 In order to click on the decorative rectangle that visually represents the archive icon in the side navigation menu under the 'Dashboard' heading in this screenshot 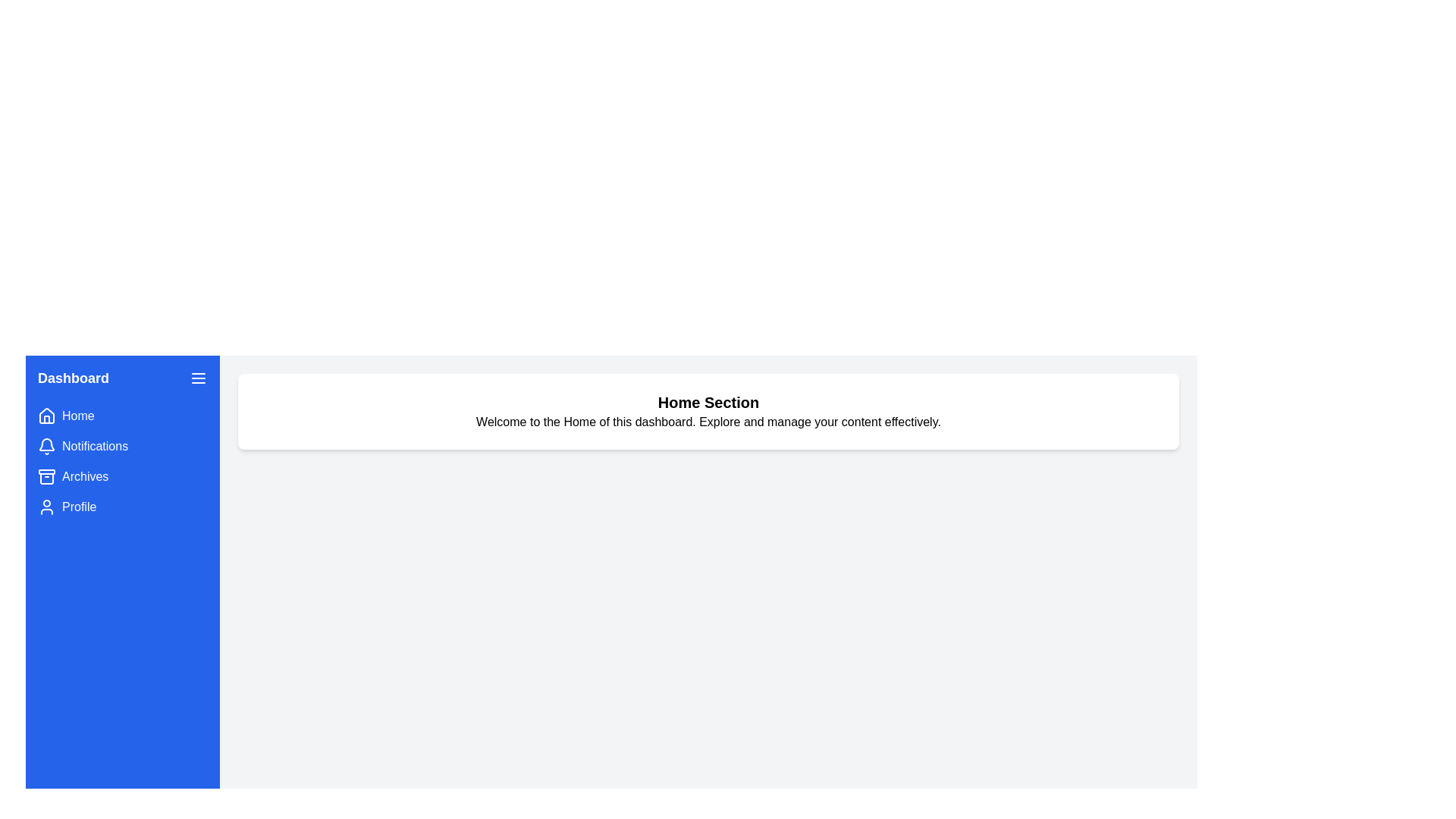, I will do `click(47, 470)`.